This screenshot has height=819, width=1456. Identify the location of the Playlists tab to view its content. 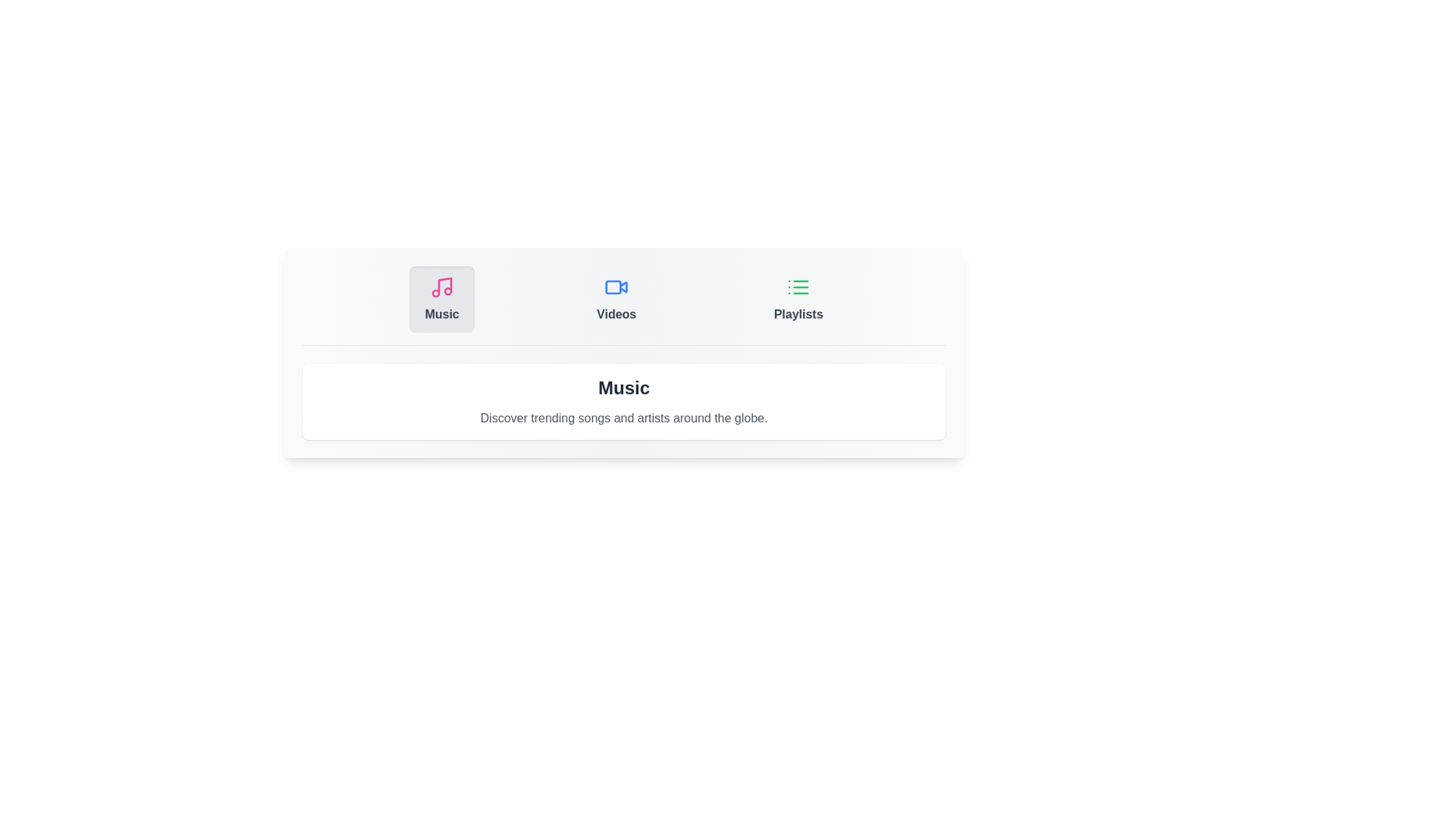
(797, 299).